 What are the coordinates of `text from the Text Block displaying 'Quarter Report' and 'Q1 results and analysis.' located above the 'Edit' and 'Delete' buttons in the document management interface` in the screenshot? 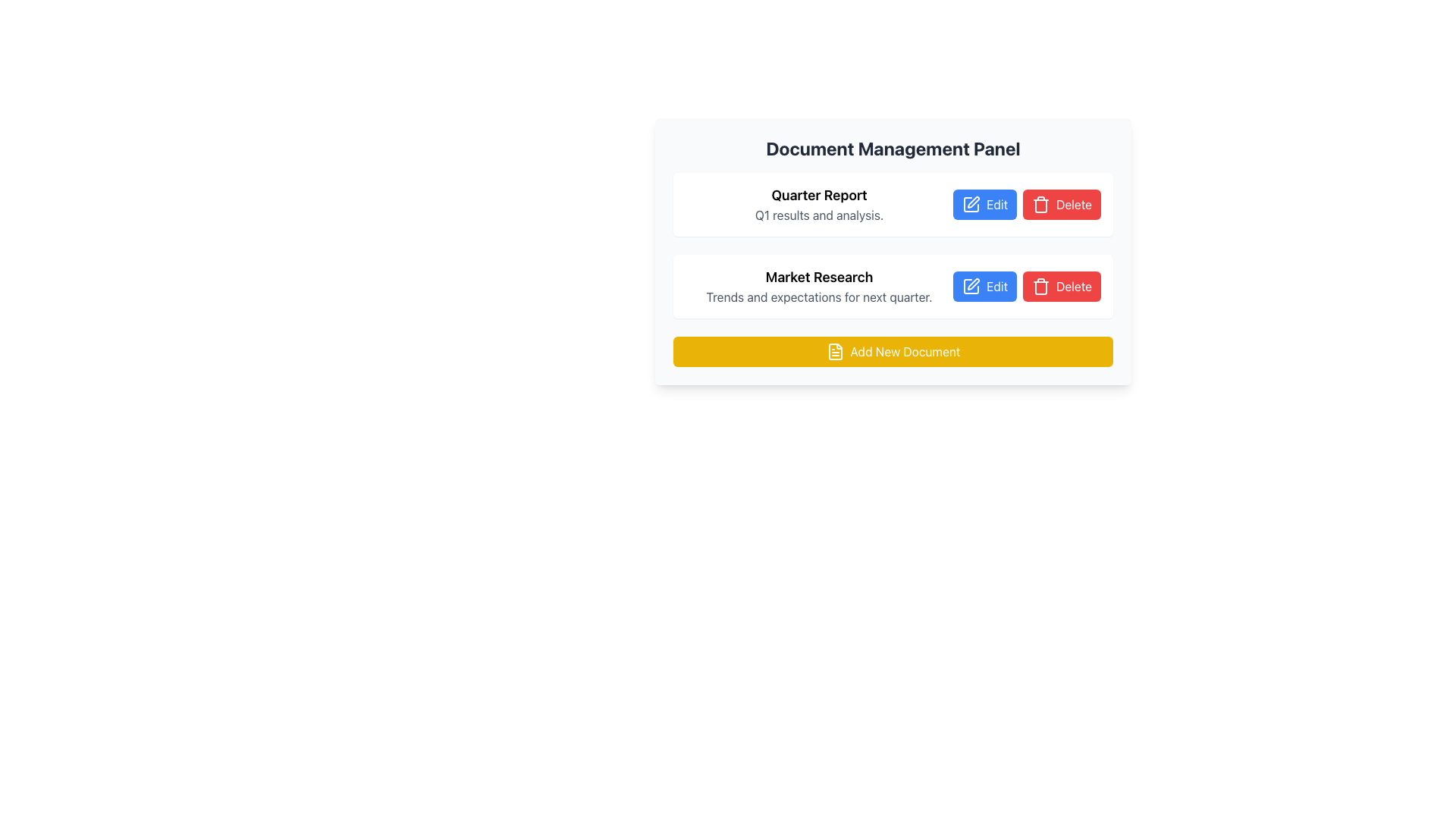 It's located at (818, 205).